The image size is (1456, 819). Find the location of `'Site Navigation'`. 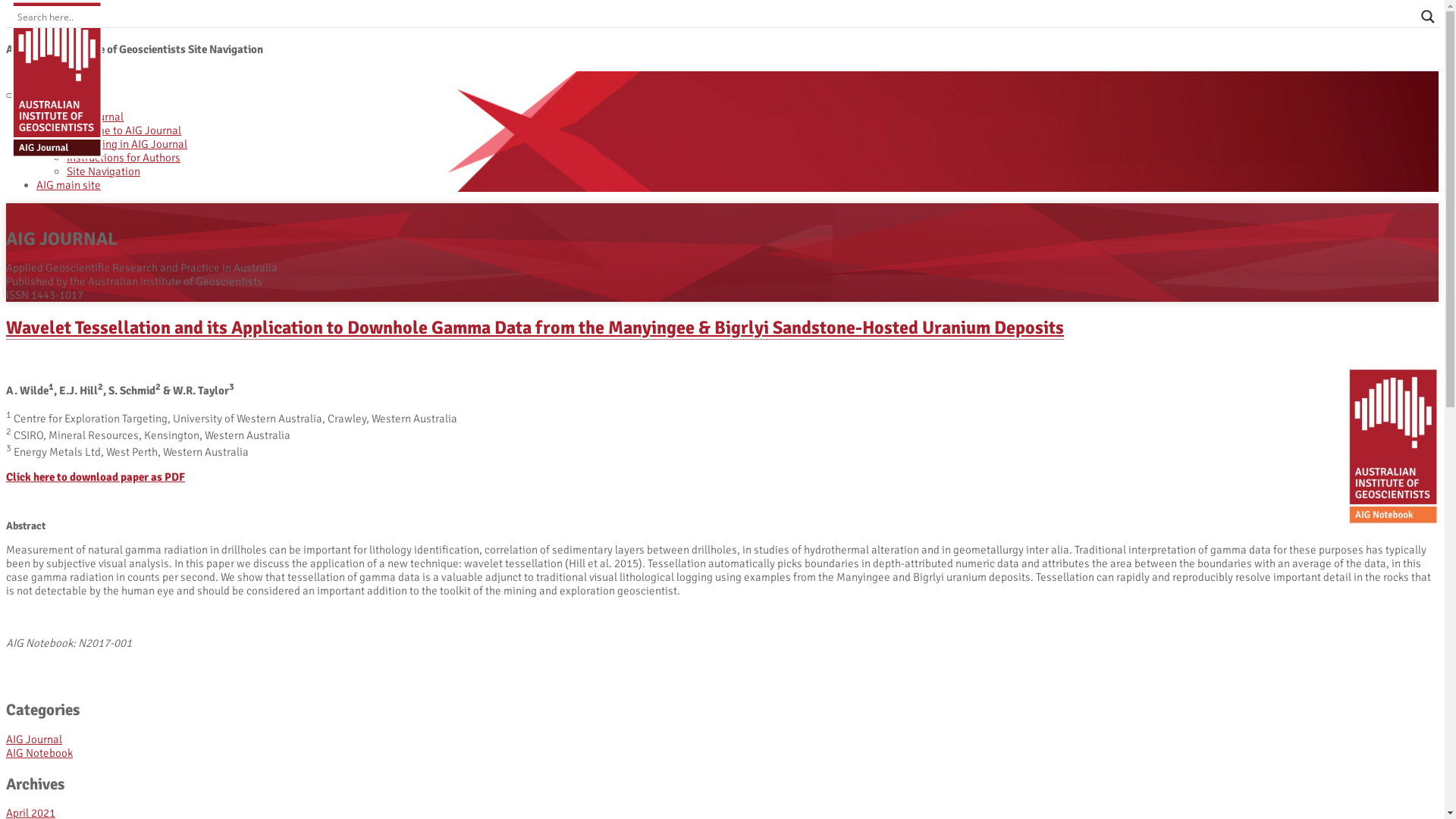

'Site Navigation' is located at coordinates (102, 171).